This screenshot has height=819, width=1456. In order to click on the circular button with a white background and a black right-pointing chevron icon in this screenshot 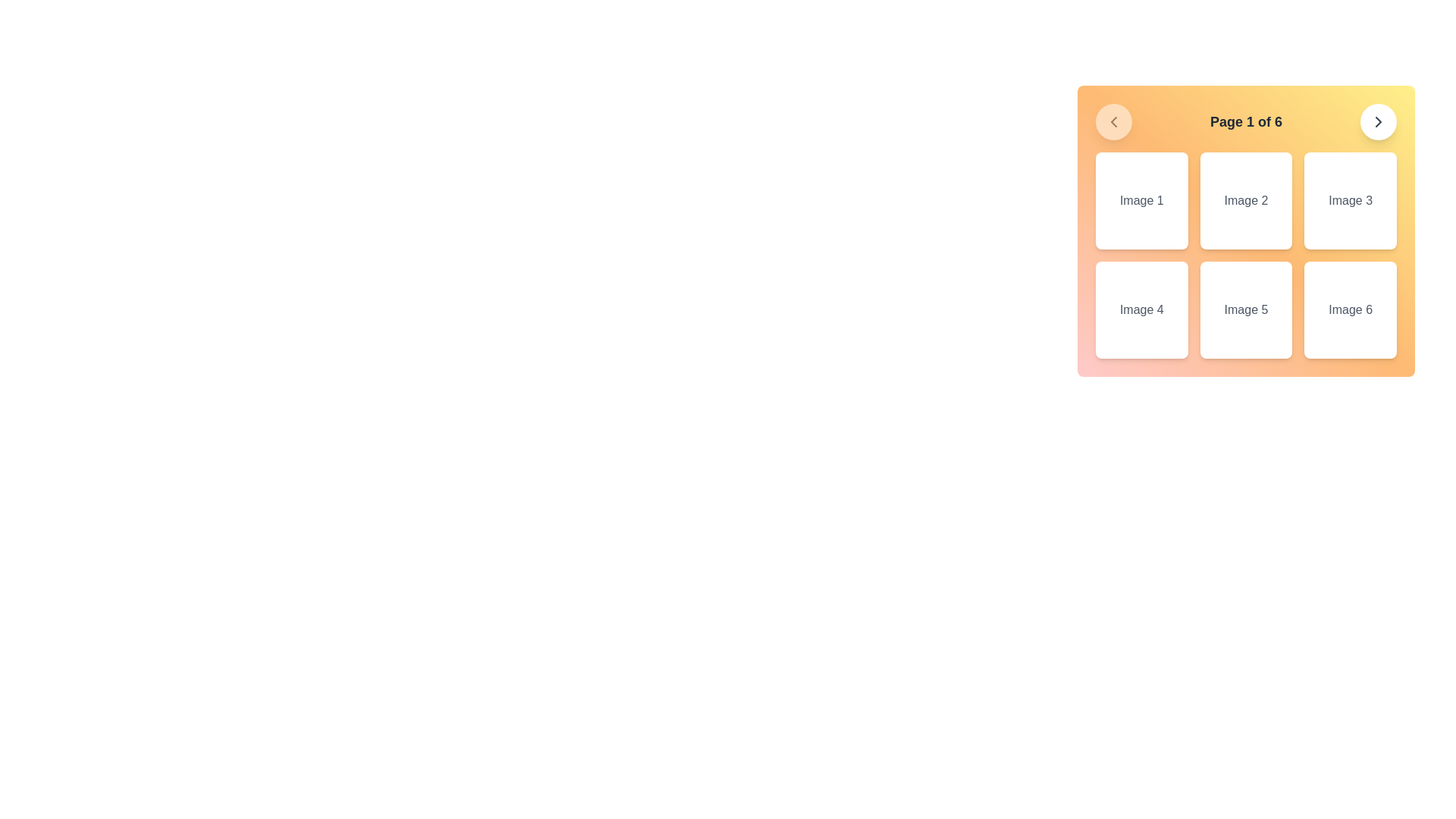, I will do `click(1379, 121)`.